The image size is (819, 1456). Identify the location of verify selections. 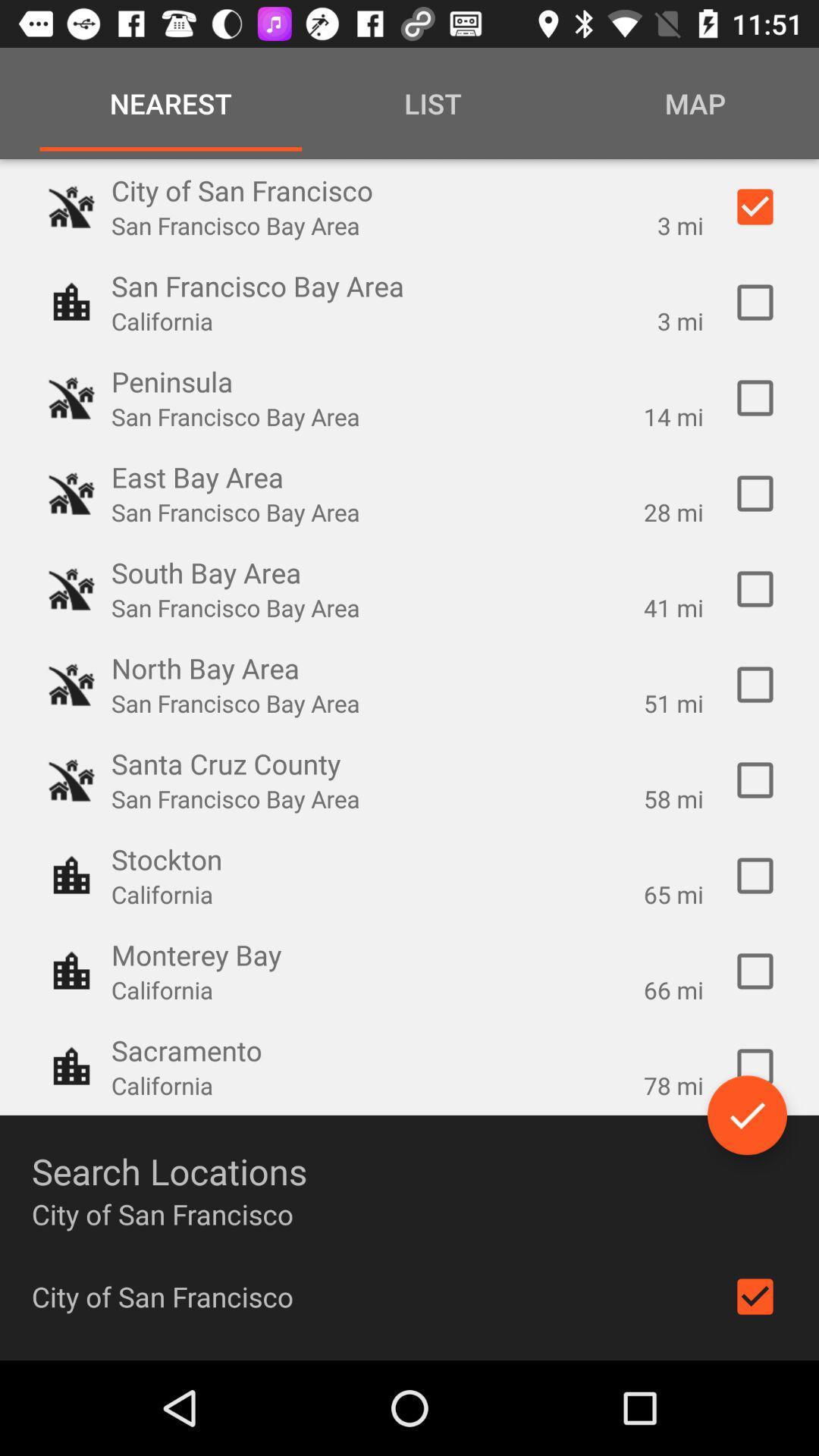
(746, 1115).